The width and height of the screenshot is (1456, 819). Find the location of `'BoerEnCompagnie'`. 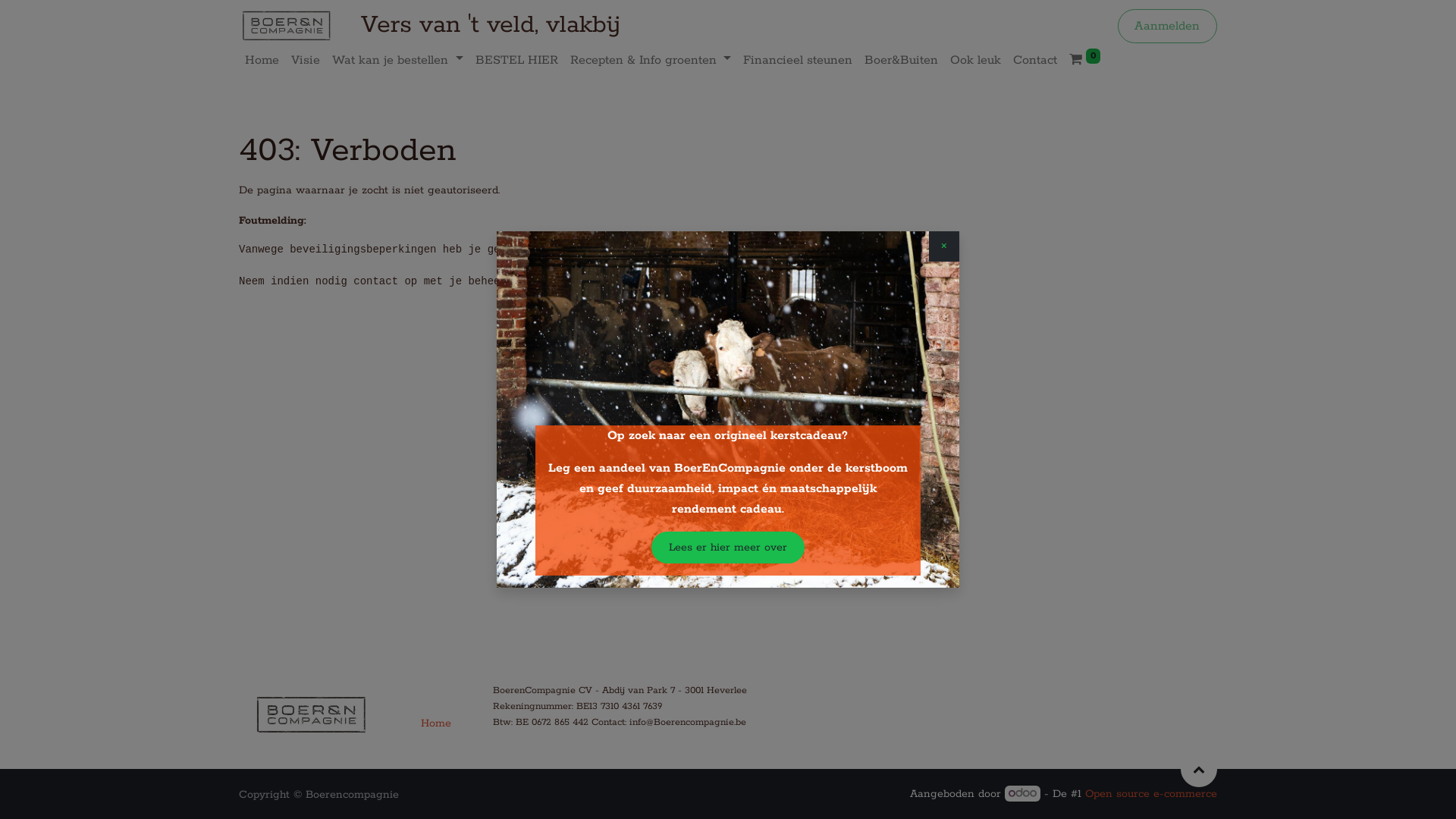

'BoerEnCompagnie' is located at coordinates (286, 26).